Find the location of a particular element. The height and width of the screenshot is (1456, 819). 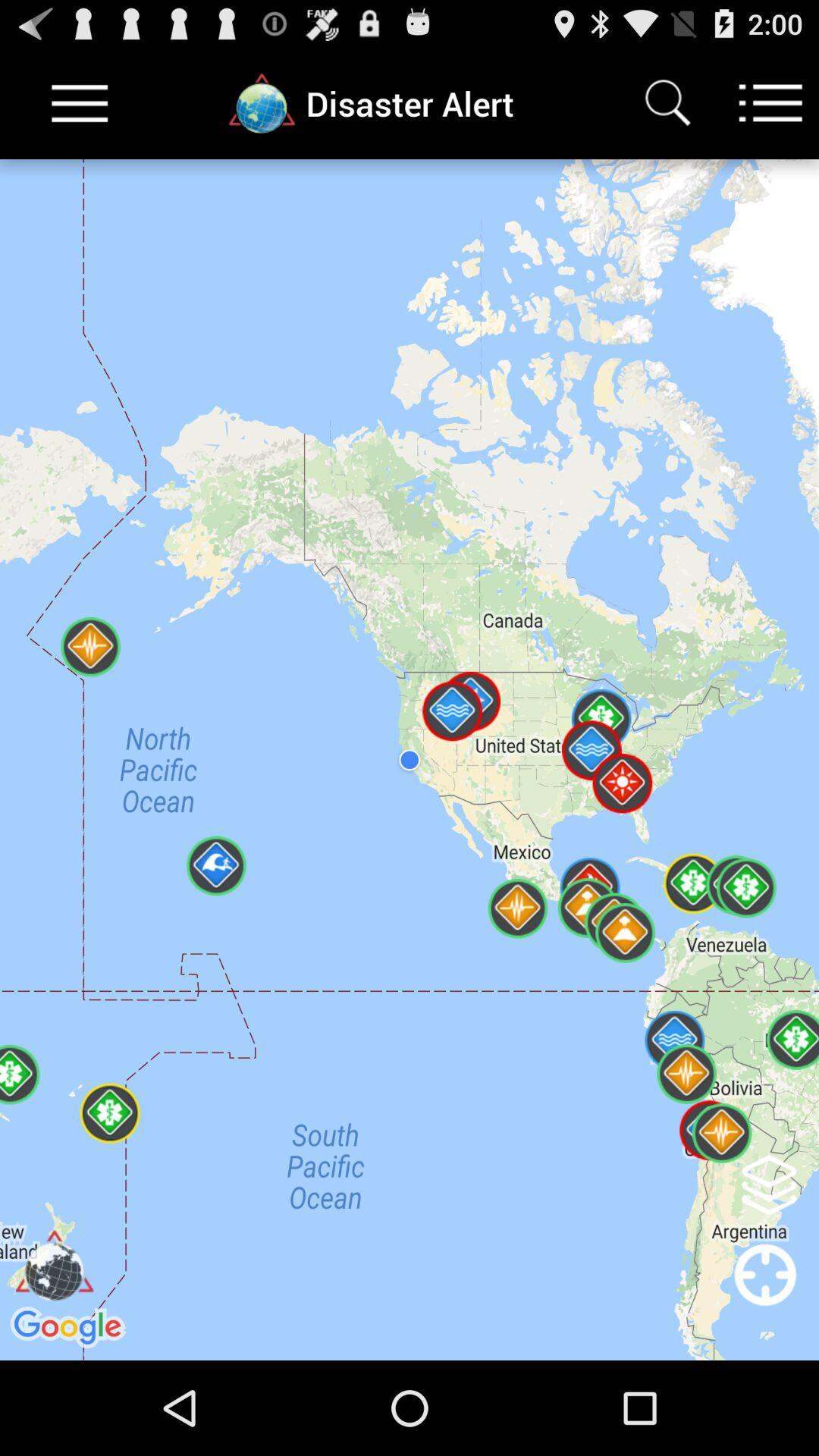

menu is located at coordinates (80, 102).